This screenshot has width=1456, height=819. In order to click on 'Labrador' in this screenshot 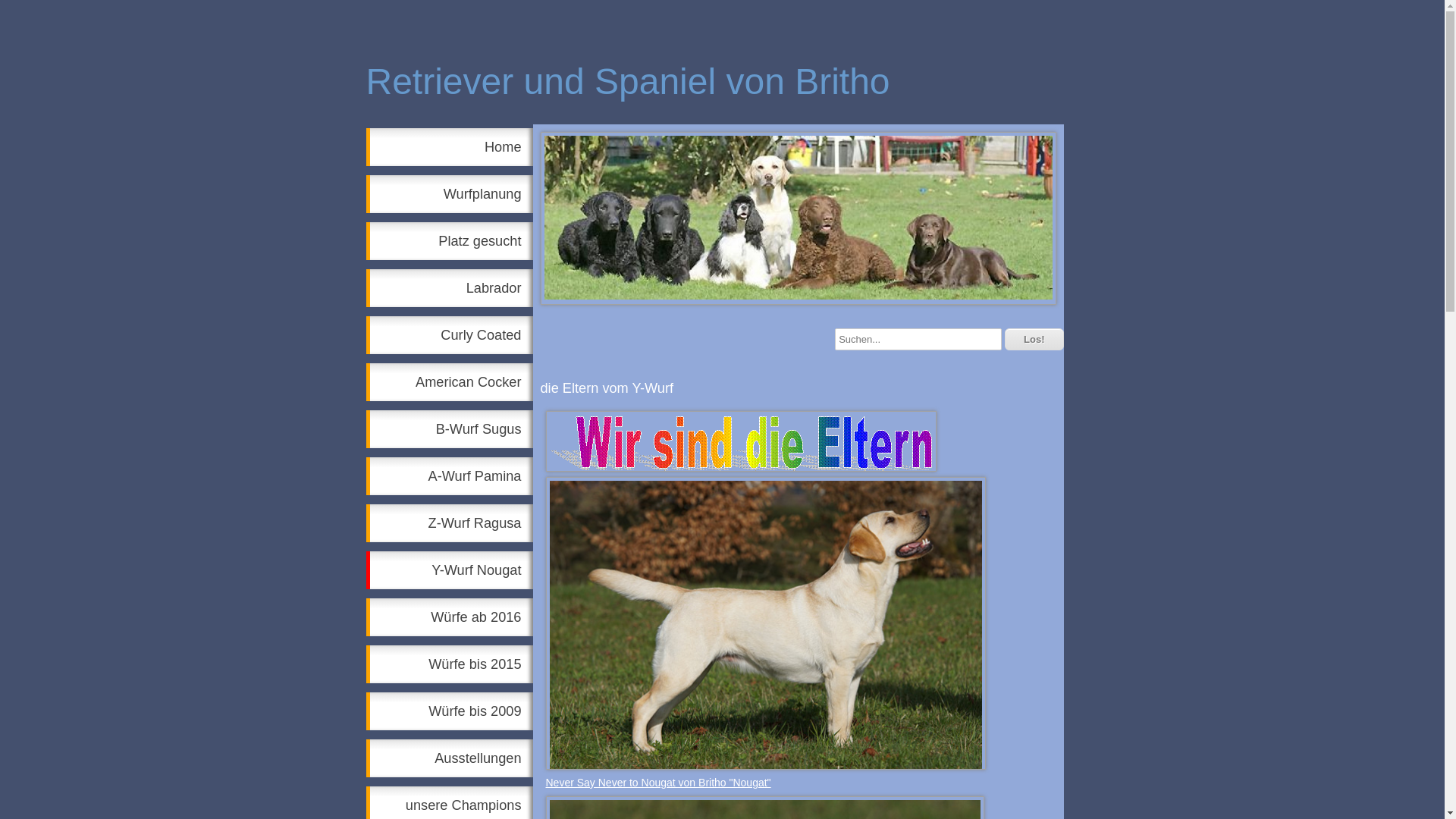, I will do `click(447, 288)`.